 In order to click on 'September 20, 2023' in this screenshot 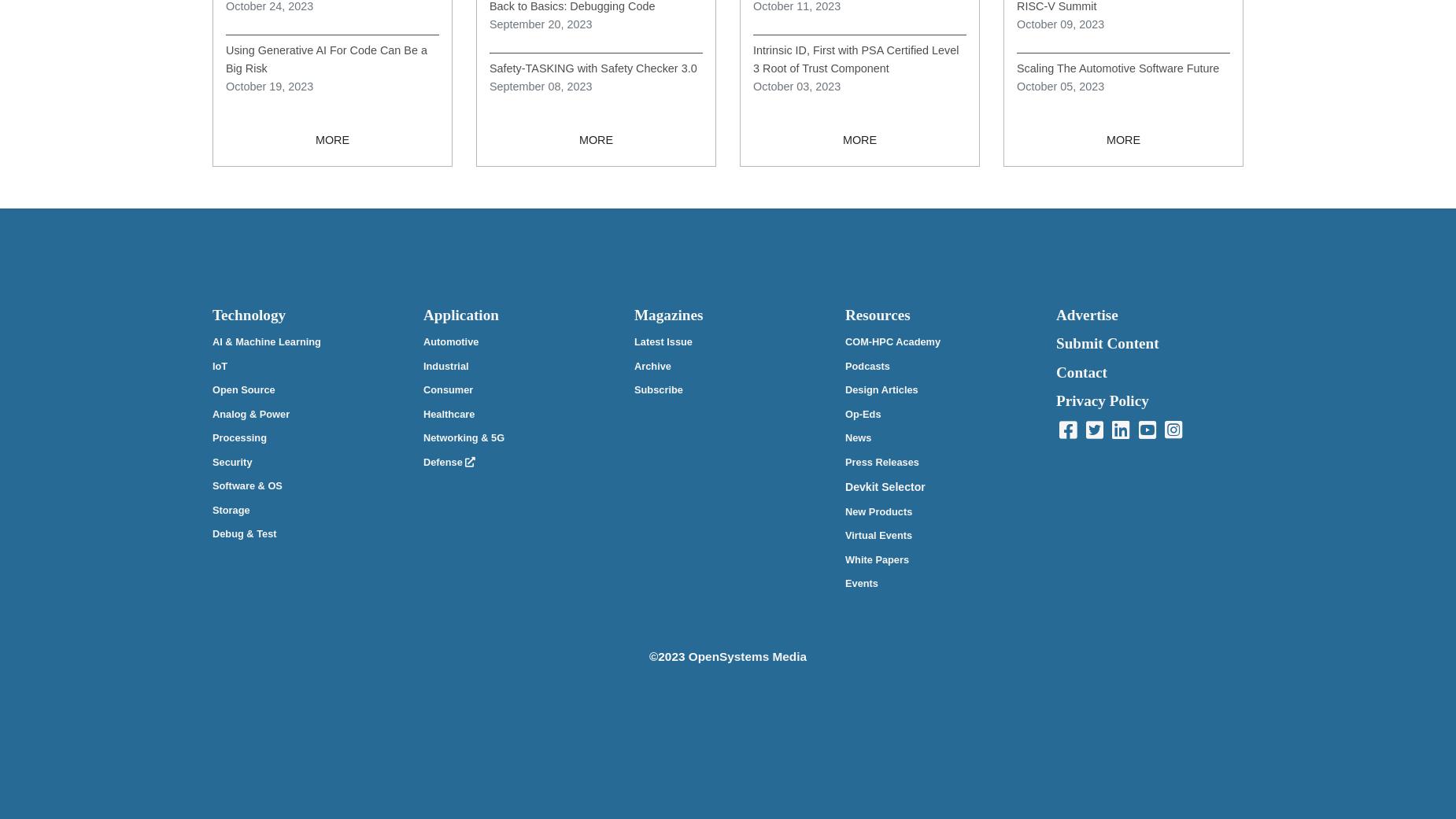, I will do `click(541, 22)`.